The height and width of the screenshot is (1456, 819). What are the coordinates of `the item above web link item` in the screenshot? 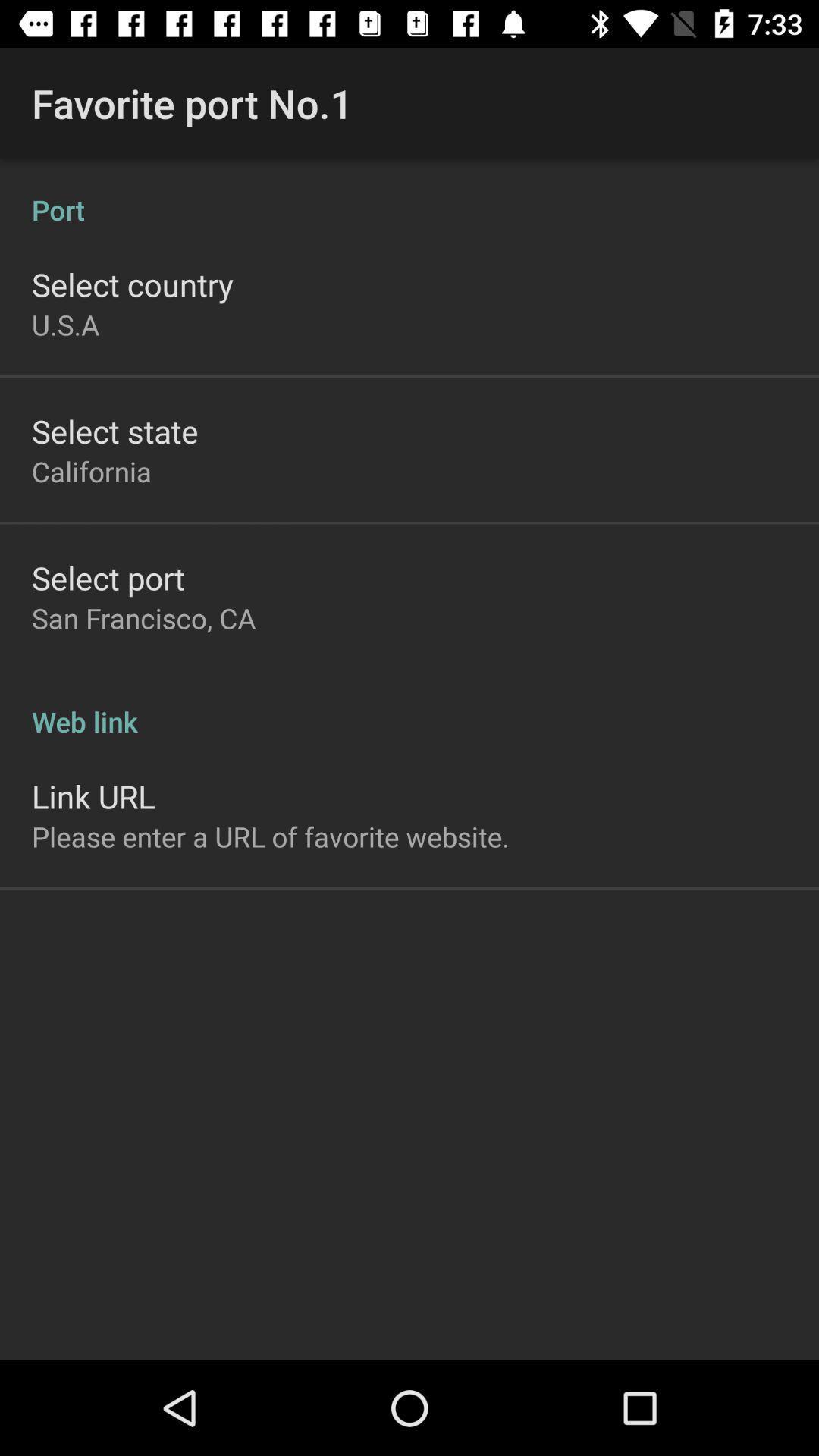 It's located at (143, 618).